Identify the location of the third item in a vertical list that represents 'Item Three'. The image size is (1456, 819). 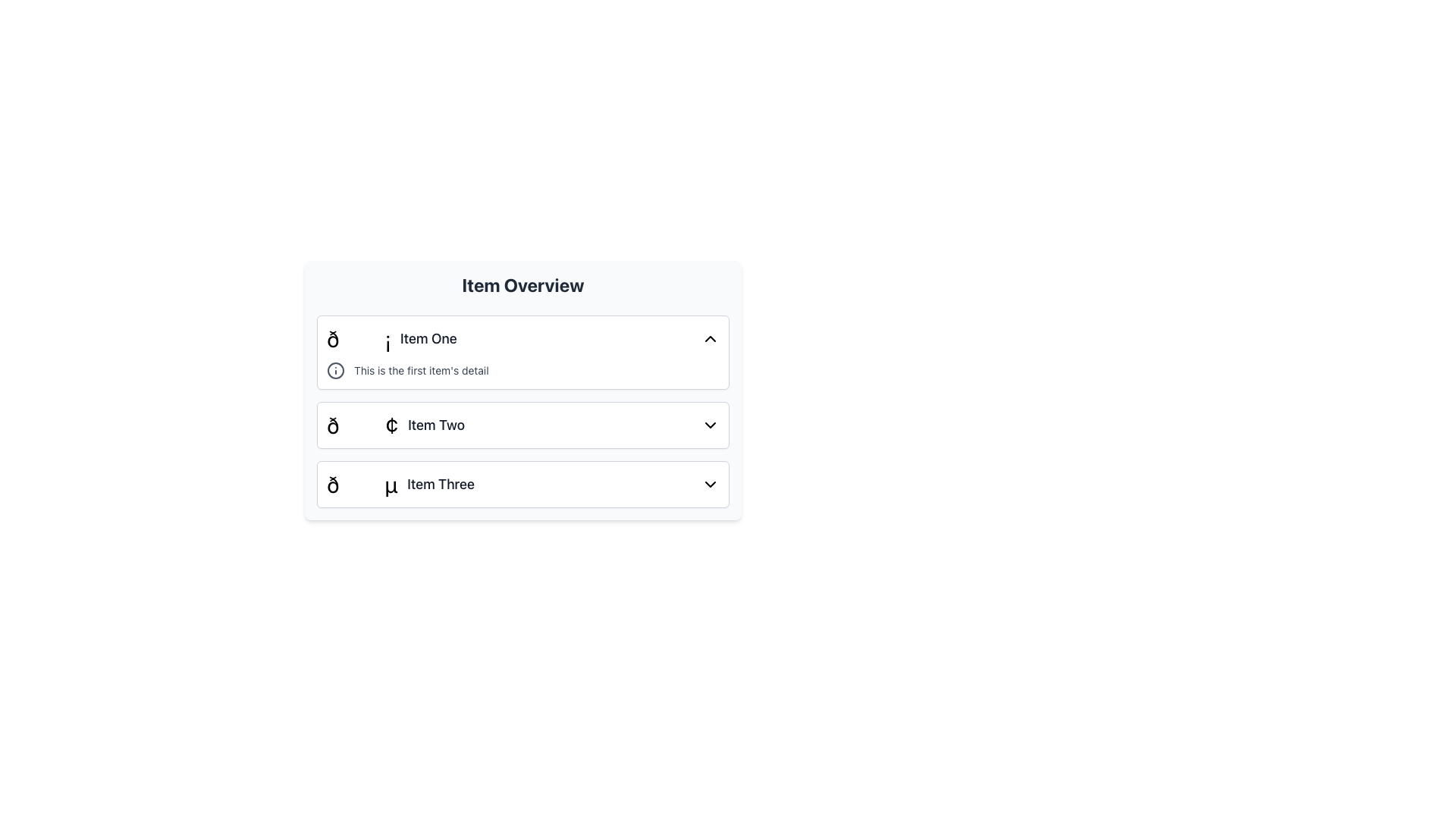
(400, 485).